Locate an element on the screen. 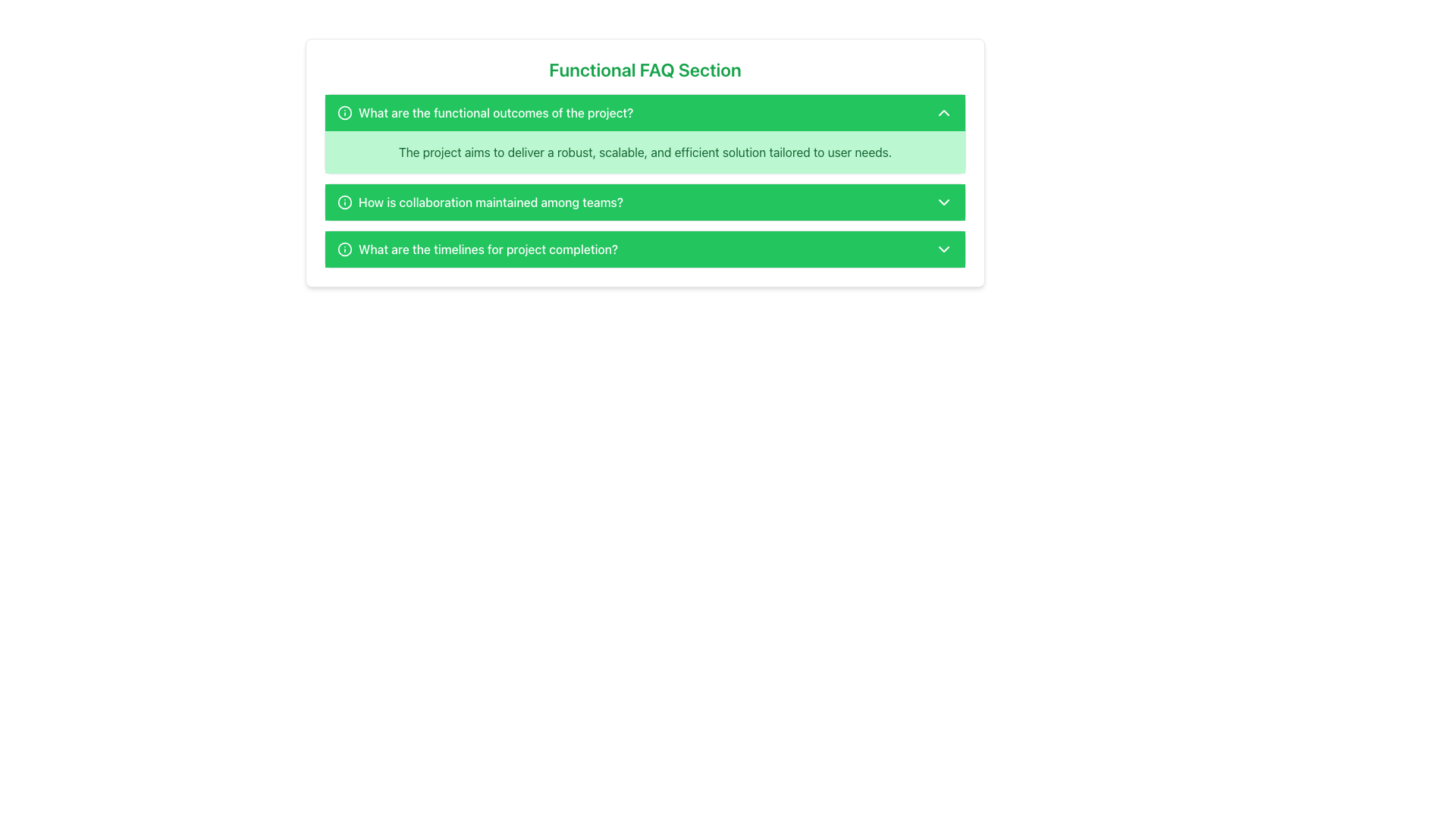 The image size is (1456, 819). header text element styled in green with bold and large font, reading 'Functional FAQ Section', located at the top of the FAQ section is located at coordinates (645, 70).